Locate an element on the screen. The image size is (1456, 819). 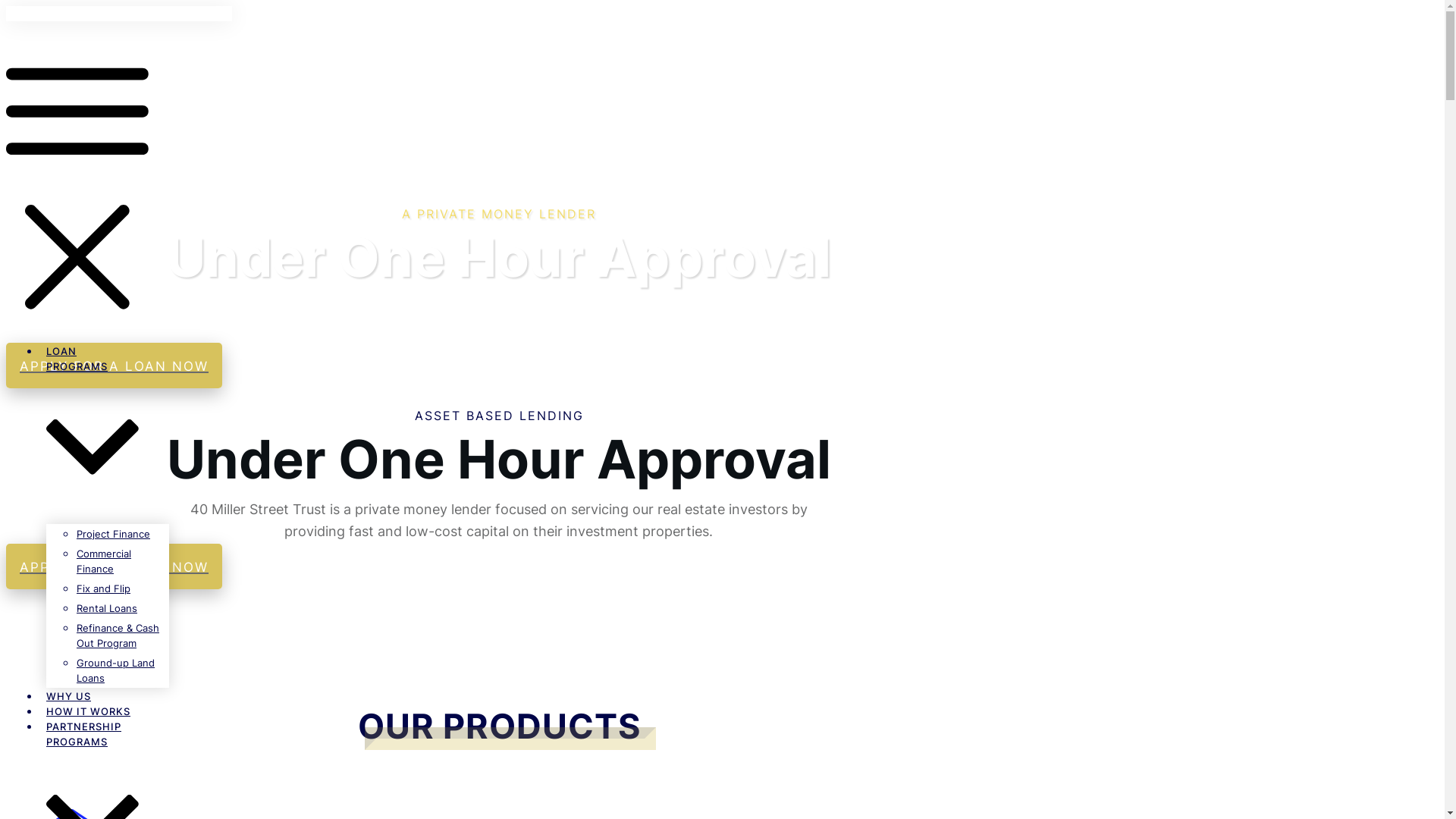
'LOAN PROGRAMS' is located at coordinates (46, 434).